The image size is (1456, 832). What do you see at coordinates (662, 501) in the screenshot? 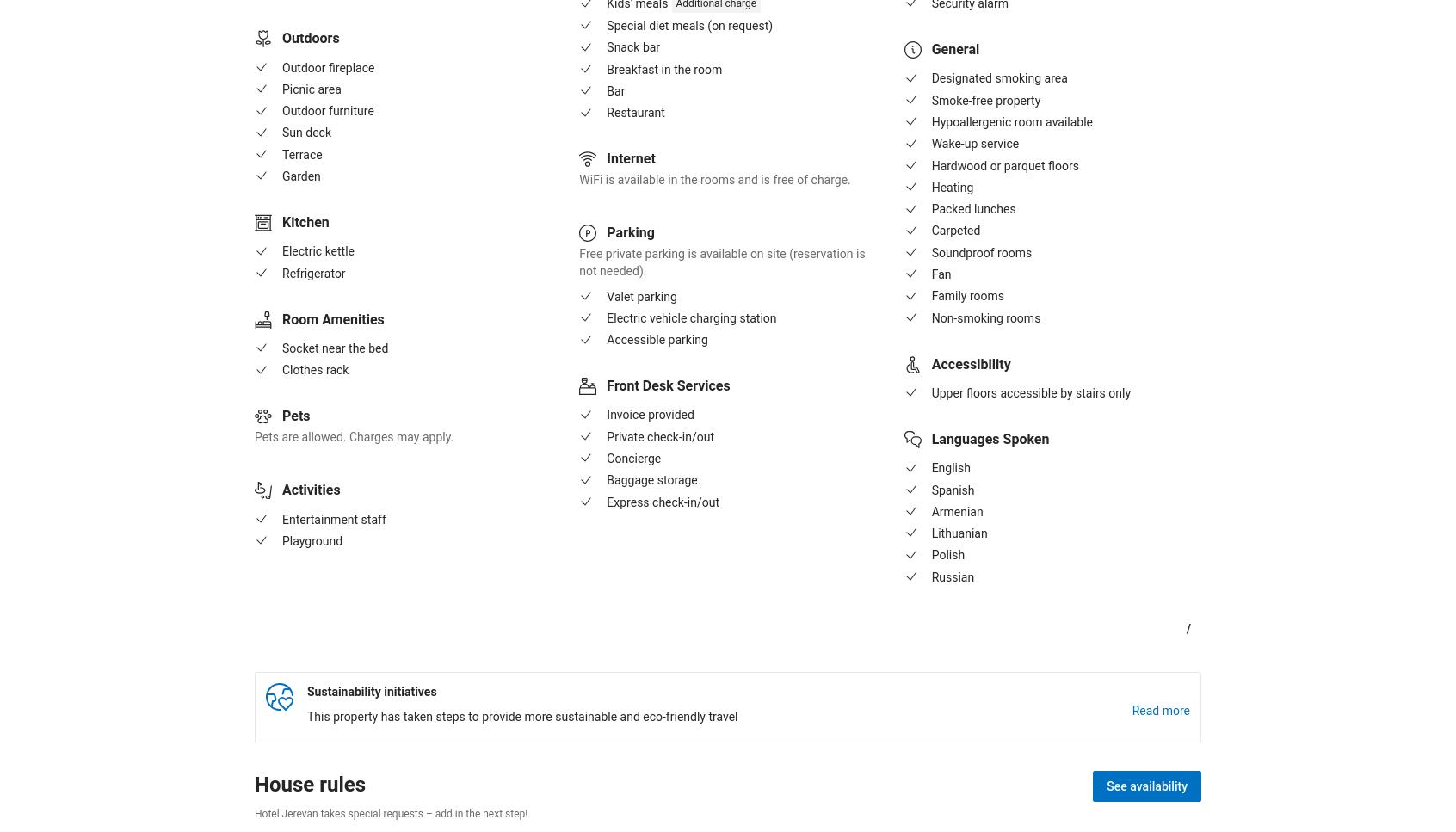
I see `'Express check-in/out'` at bounding box center [662, 501].